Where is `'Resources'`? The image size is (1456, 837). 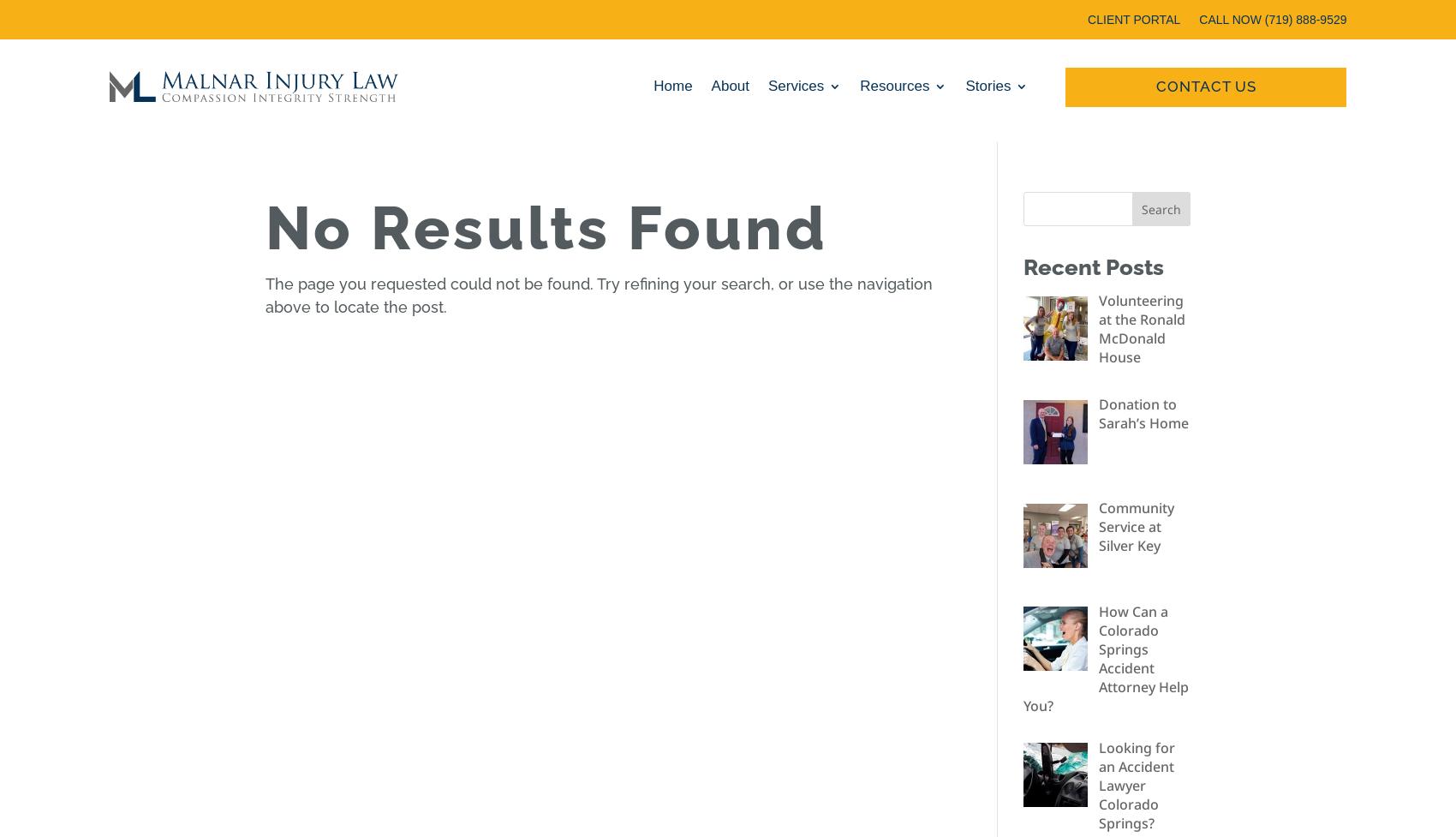
'Resources' is located at coordinates (893, 90).